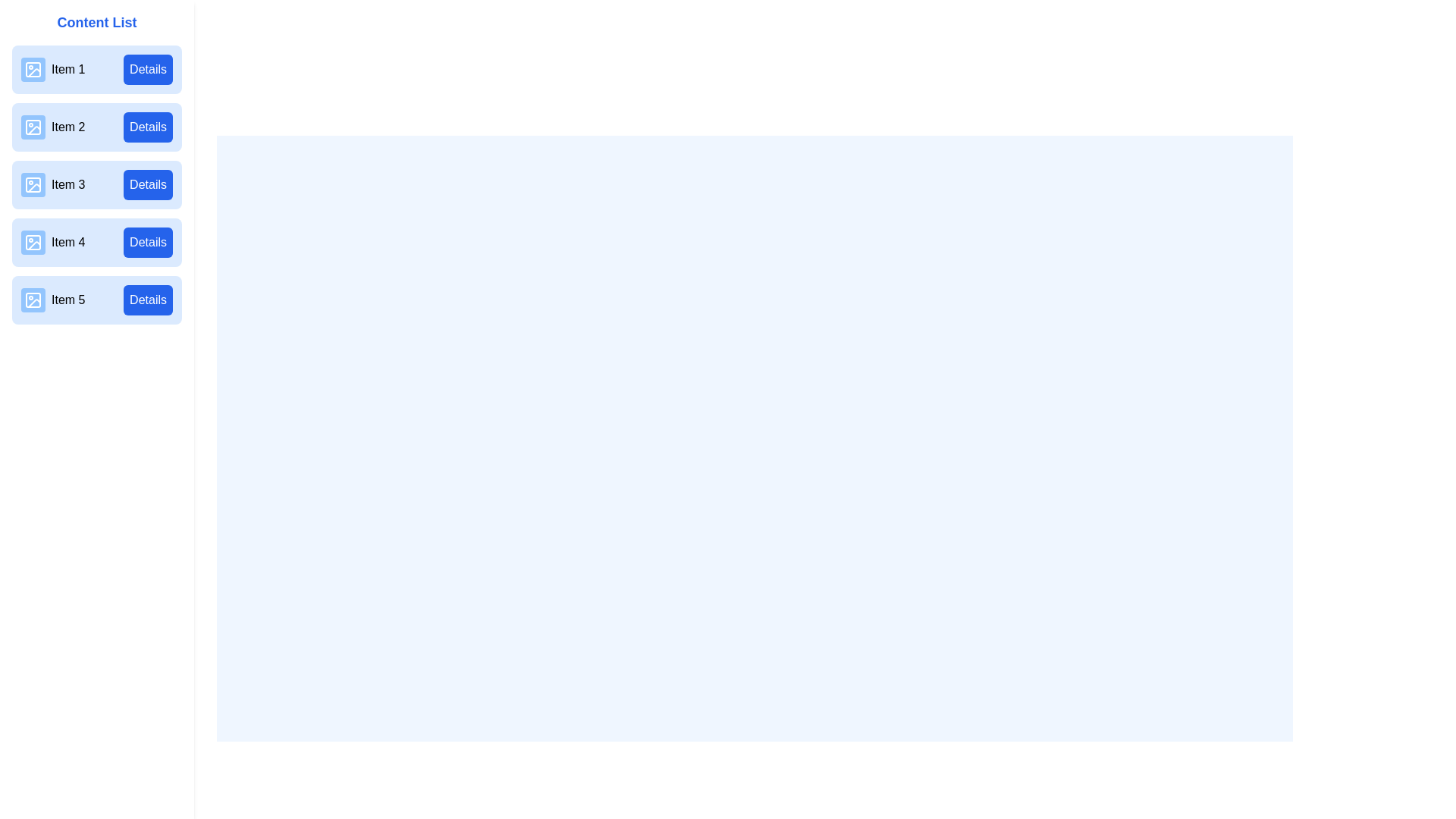  I want to click on the label 'Item 2' in the sidebar, so click(67, 127).